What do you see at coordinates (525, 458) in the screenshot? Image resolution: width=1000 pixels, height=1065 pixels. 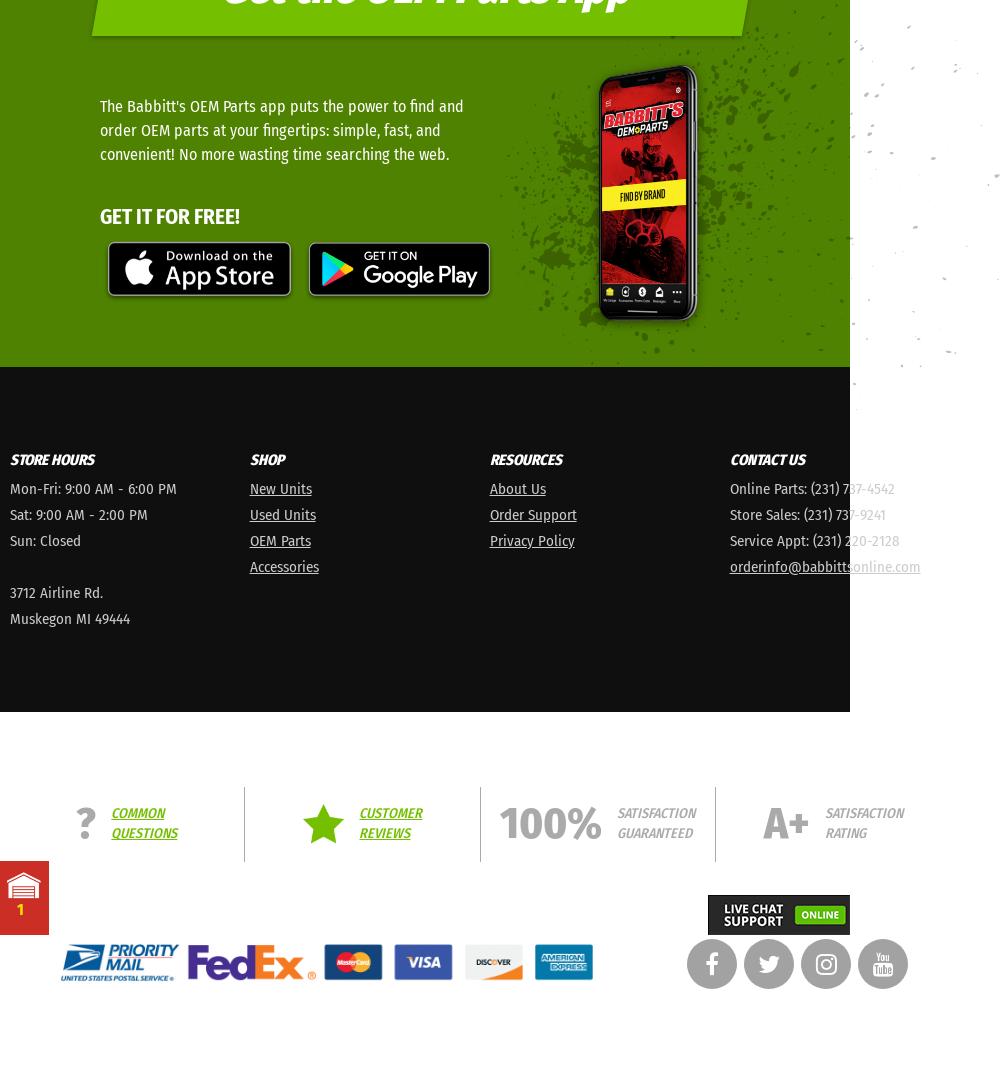 I see `'Resources'` at bounding box center [525, 458].